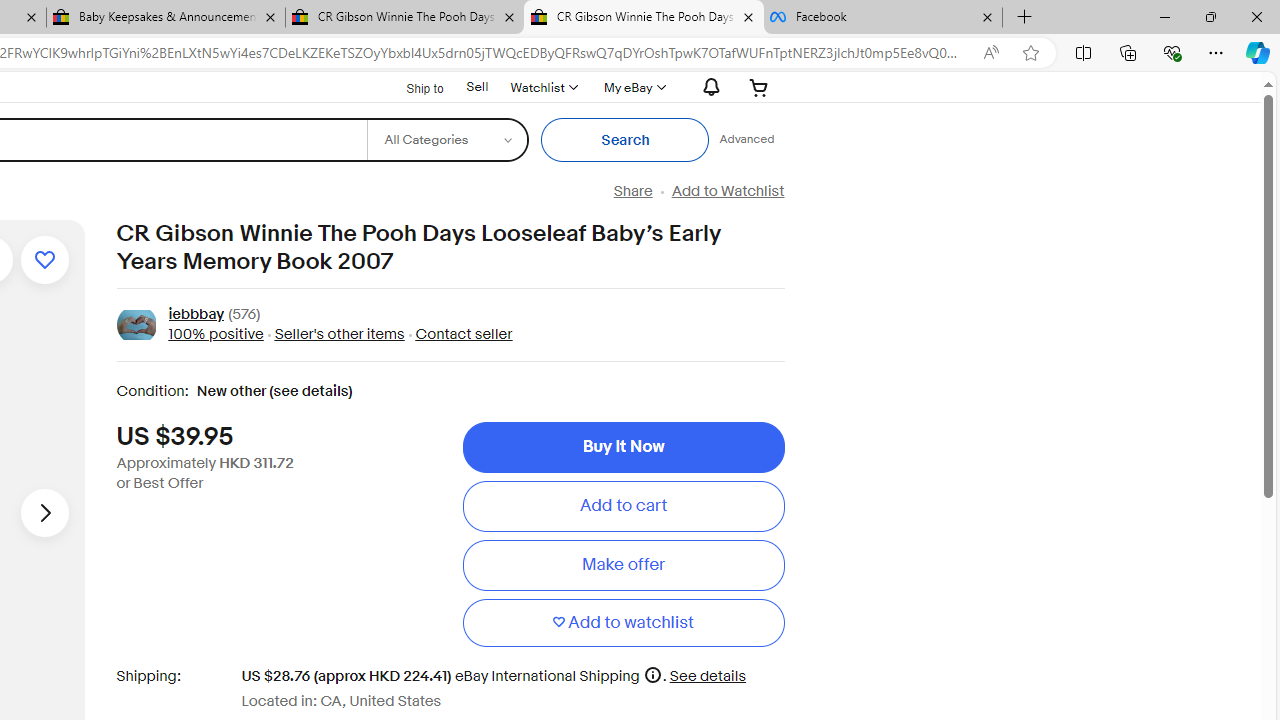  I want to click on 'See details for shipping', so click(708, 675).